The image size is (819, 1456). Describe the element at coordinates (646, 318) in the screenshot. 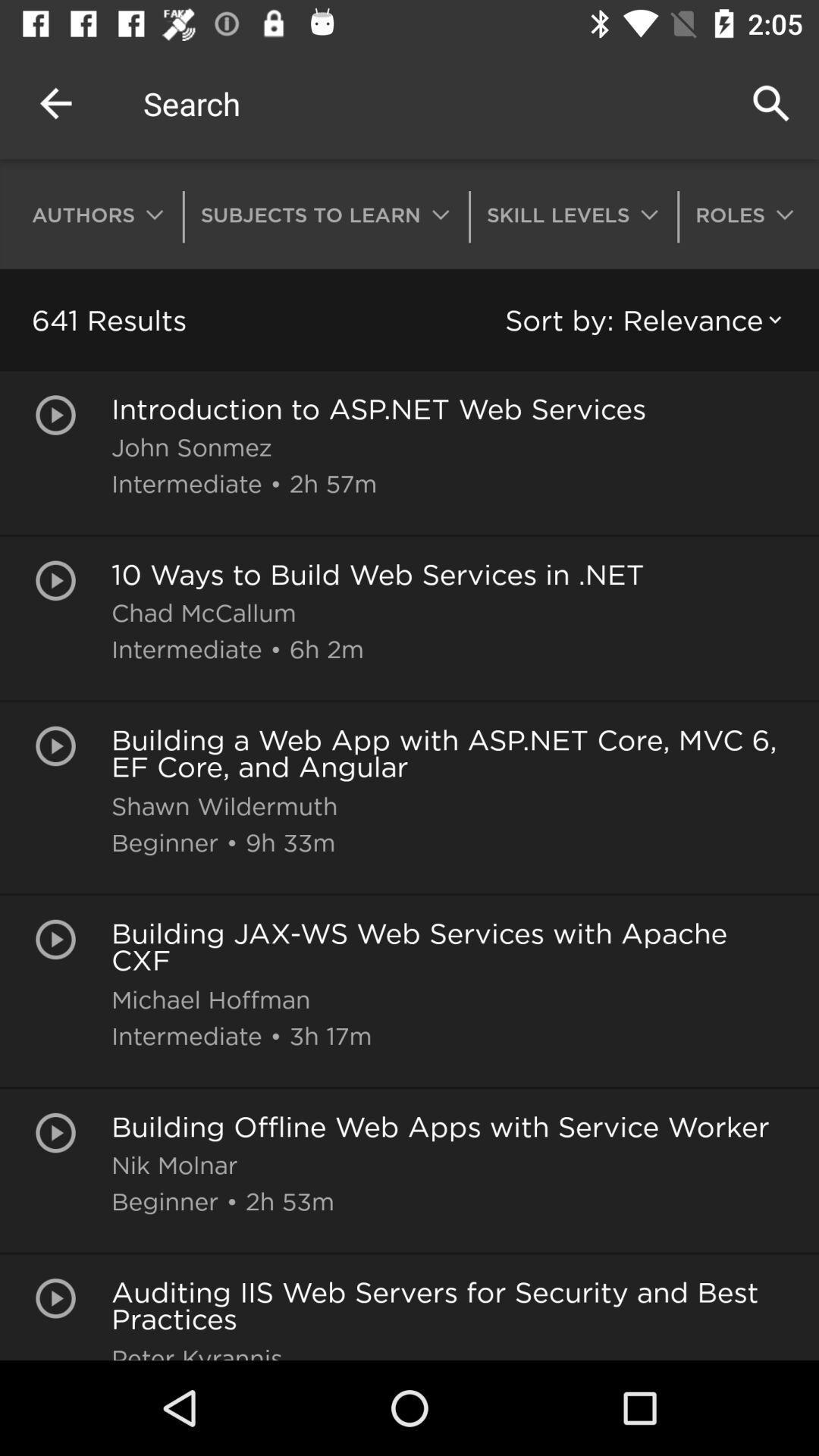

I see `the item above introduction to asp item` at that location.